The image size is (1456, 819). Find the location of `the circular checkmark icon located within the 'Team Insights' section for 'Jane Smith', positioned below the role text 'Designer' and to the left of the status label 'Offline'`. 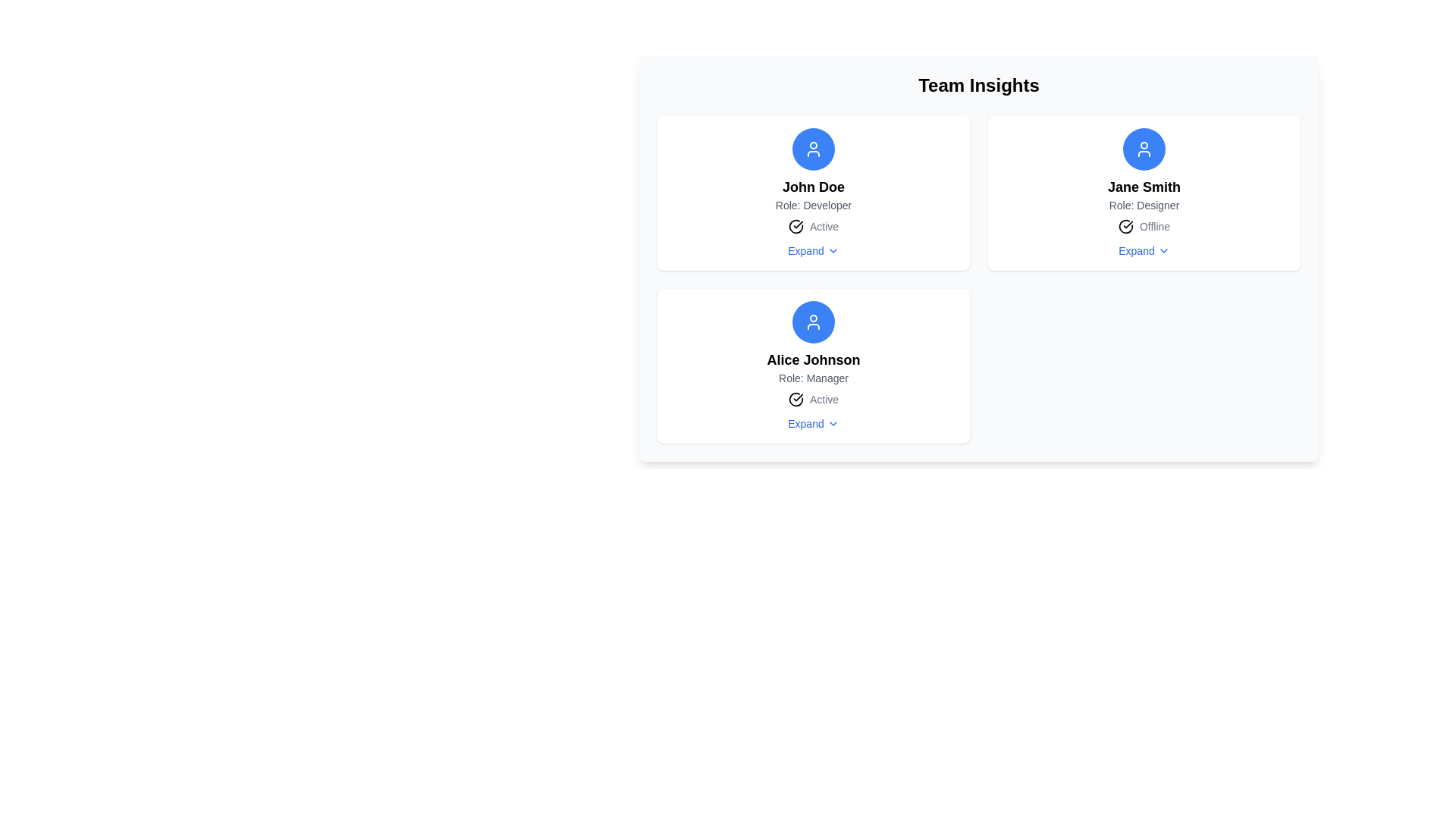

the circular checkmark icon located within the 'Team Insights' section for 'Jane Smith', positioned below the role text 'Designer' and to the left of the status label 'Offline' is located at coordinates (1125, 227).